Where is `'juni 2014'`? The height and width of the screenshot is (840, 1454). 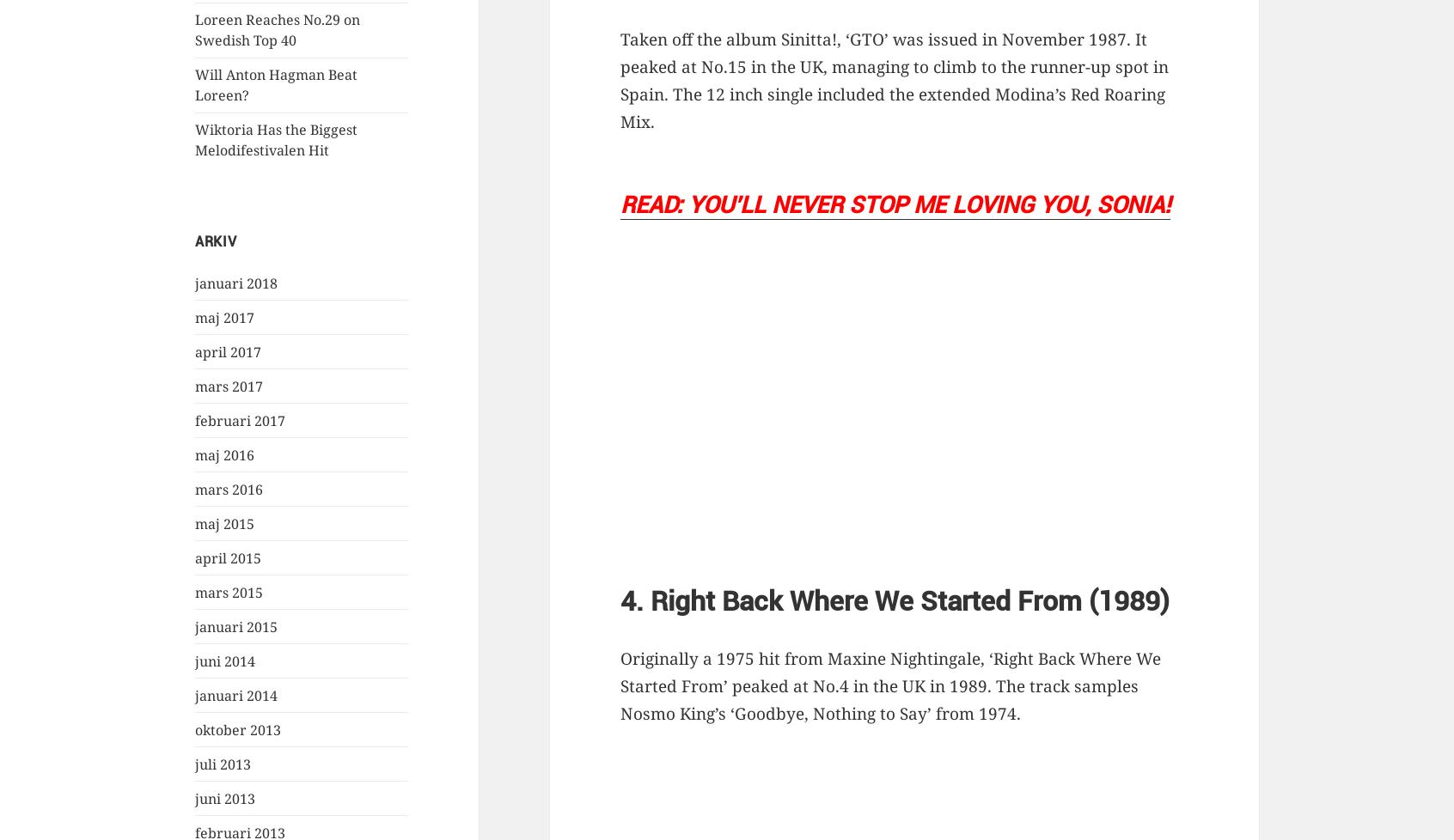
'juni 2014' is located at coordinates (224, 660).